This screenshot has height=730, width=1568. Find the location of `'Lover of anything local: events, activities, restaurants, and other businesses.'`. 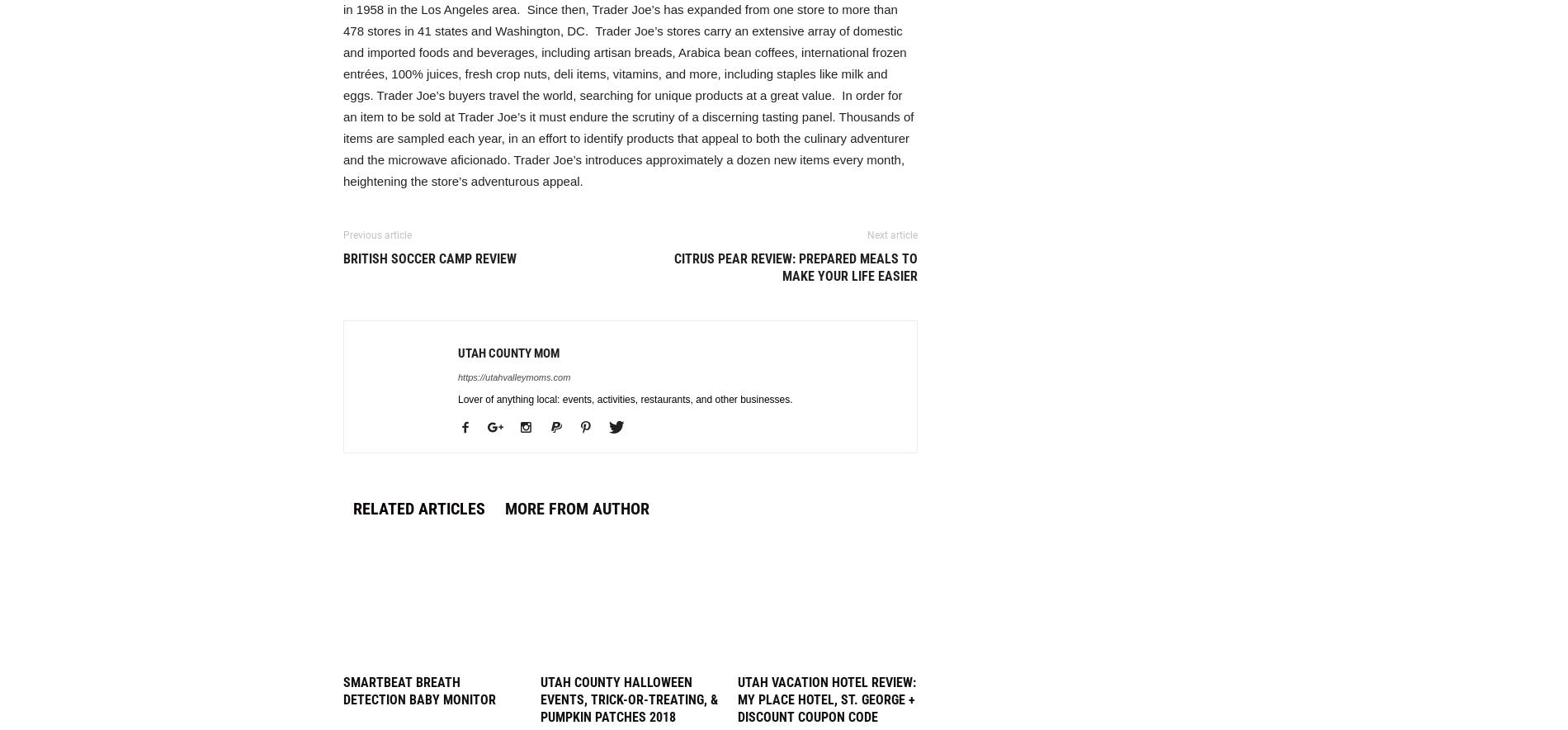

'Lover of anything local: events, activities, restaurants, and other businesses.' is located at coordinates (624, 398).